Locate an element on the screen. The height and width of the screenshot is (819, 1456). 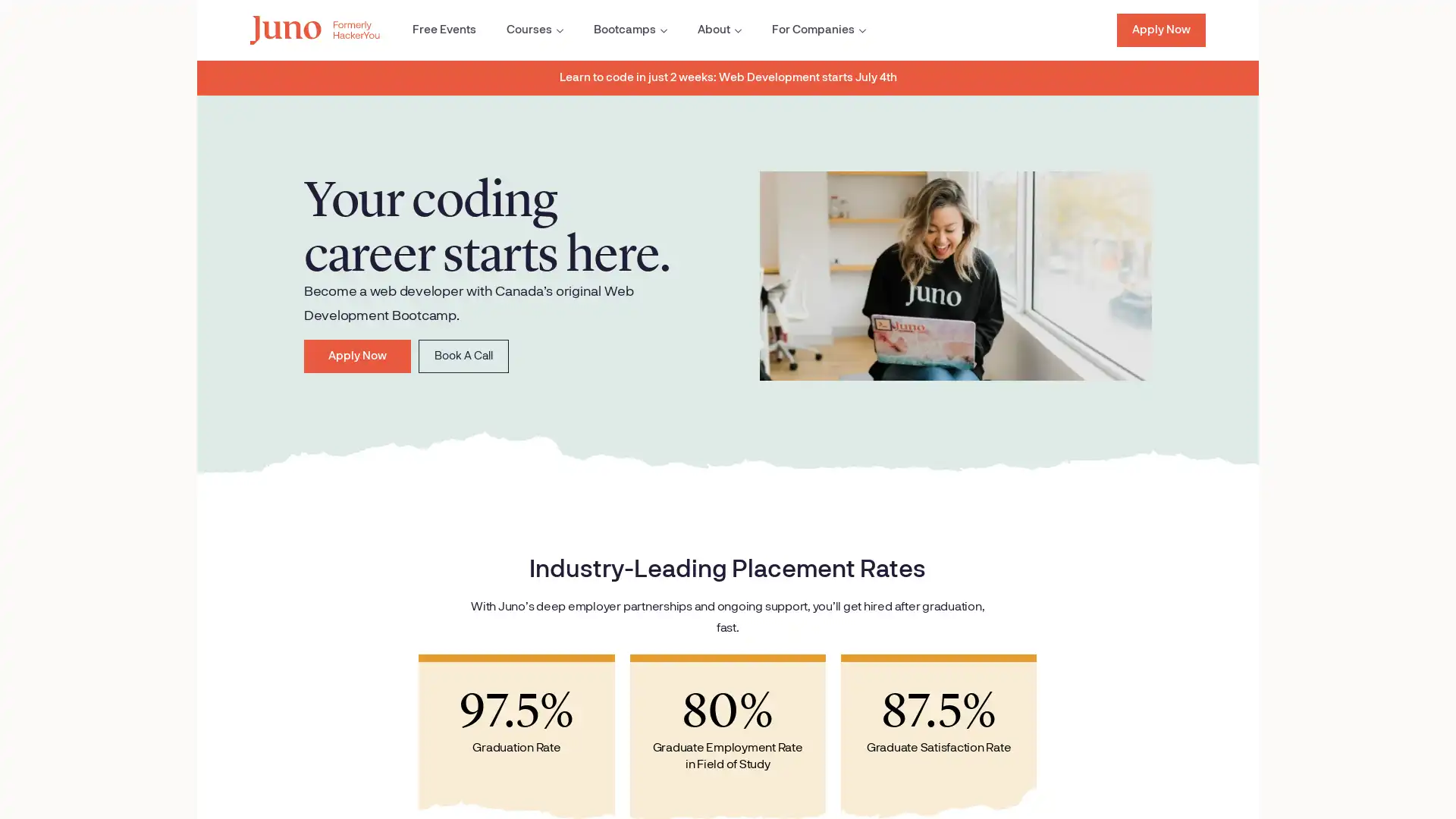
Close pop-up is located at coordinates (293, 609).